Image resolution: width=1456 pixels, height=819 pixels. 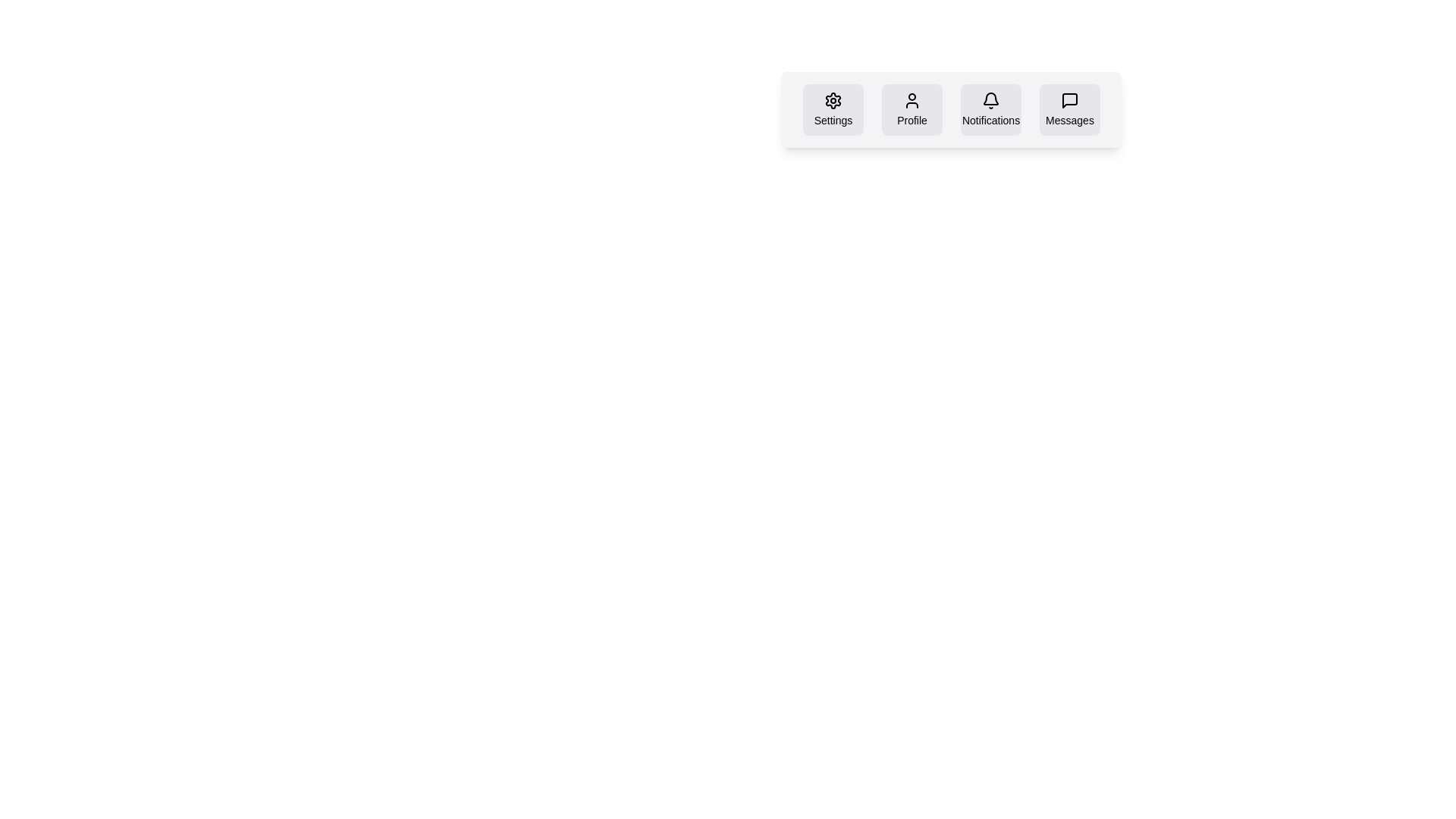 I want to click on the settings button located in the top-right area of the interface, so click(x=833, y=109).